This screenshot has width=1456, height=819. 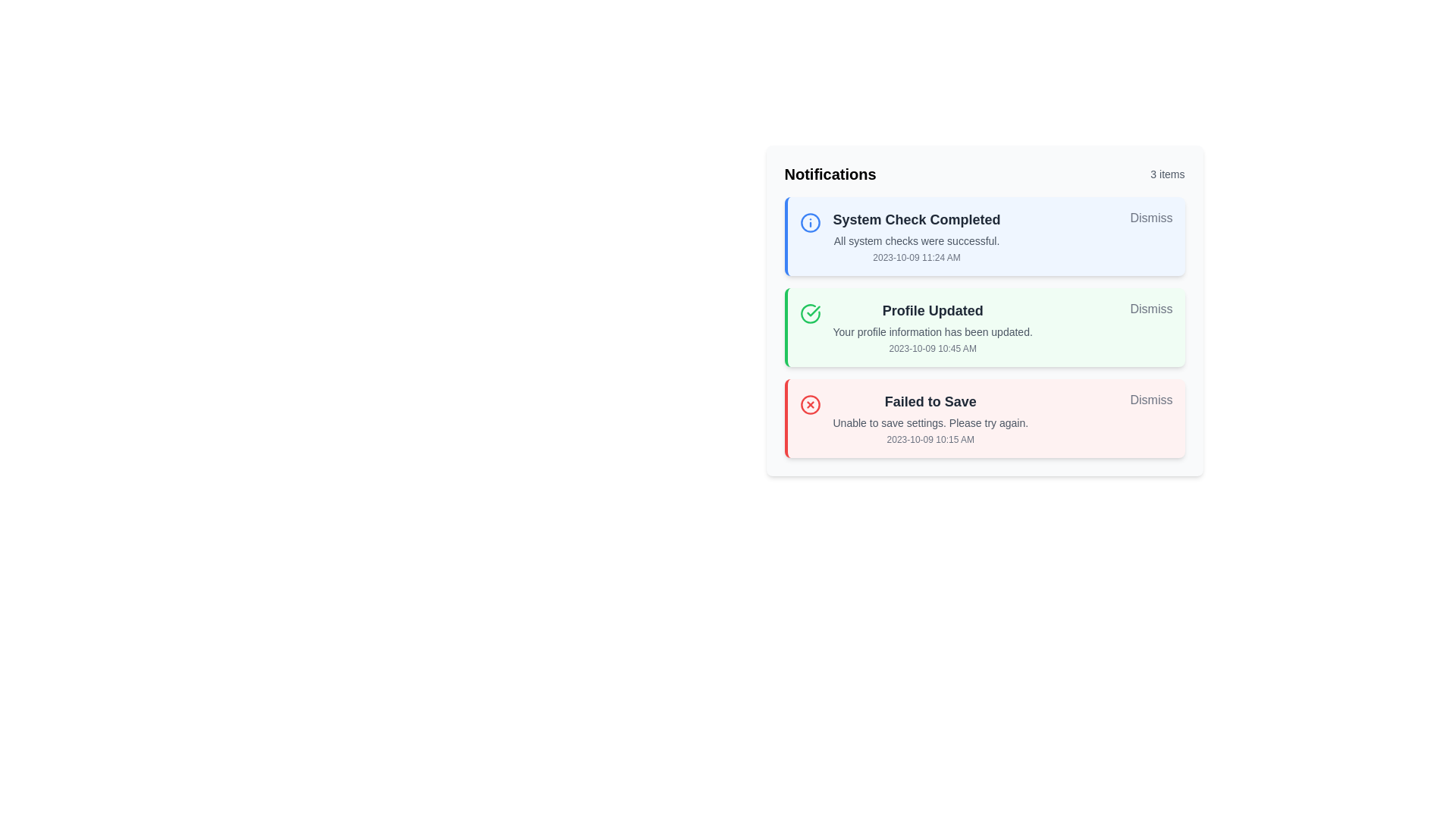 I want to click on date and time information displayed in the text element showing '2023-10-09 11:24 AM', which is located at the bottom of the first notification card titled 'System Check Completed', so click(x=916, y=256).